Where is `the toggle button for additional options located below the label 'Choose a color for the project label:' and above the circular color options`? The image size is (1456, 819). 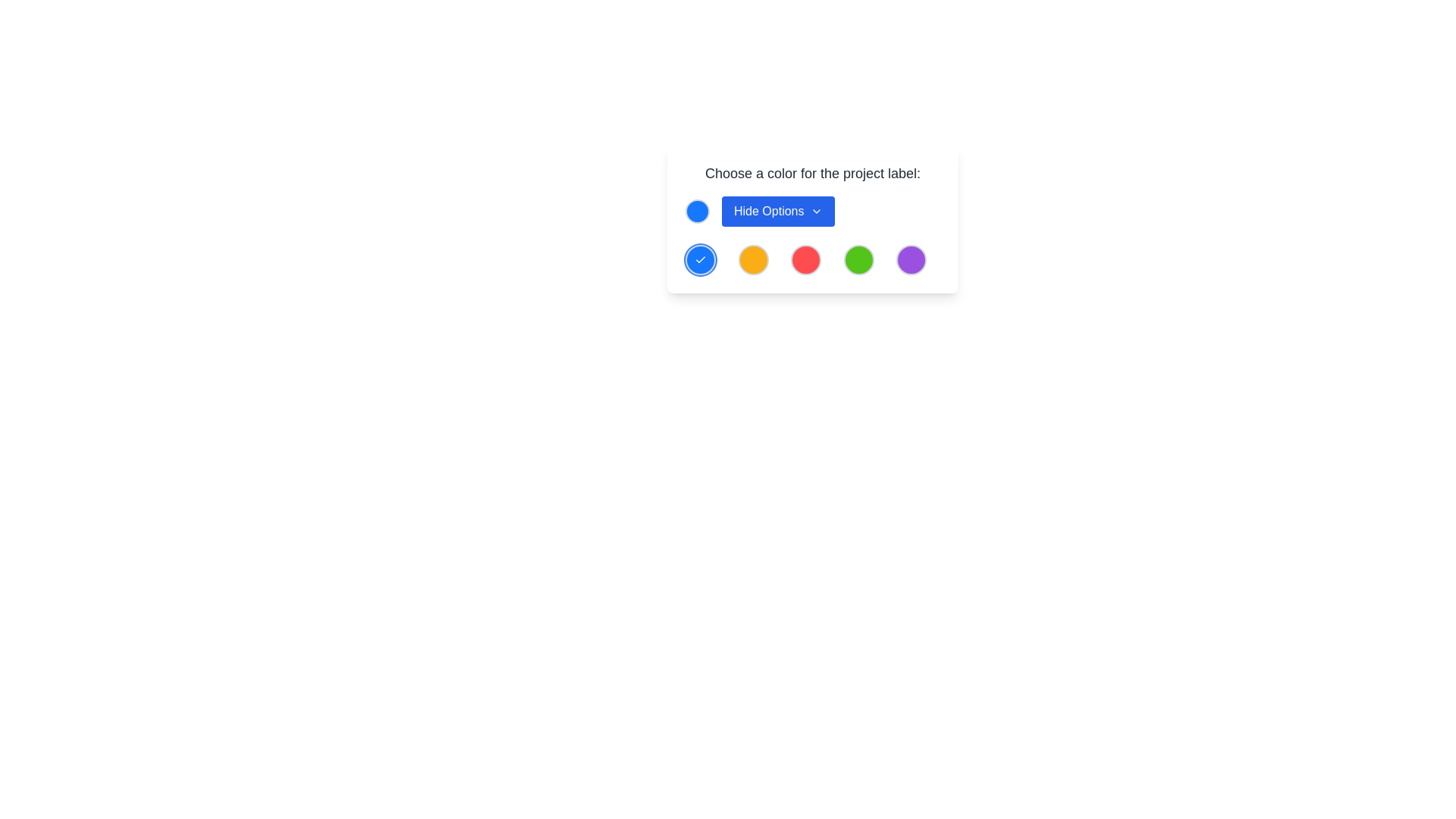
the toggle button for additional options located below the label 'Choose a color for the project label:' and above the circular color options is located at coordinates (811, 211).